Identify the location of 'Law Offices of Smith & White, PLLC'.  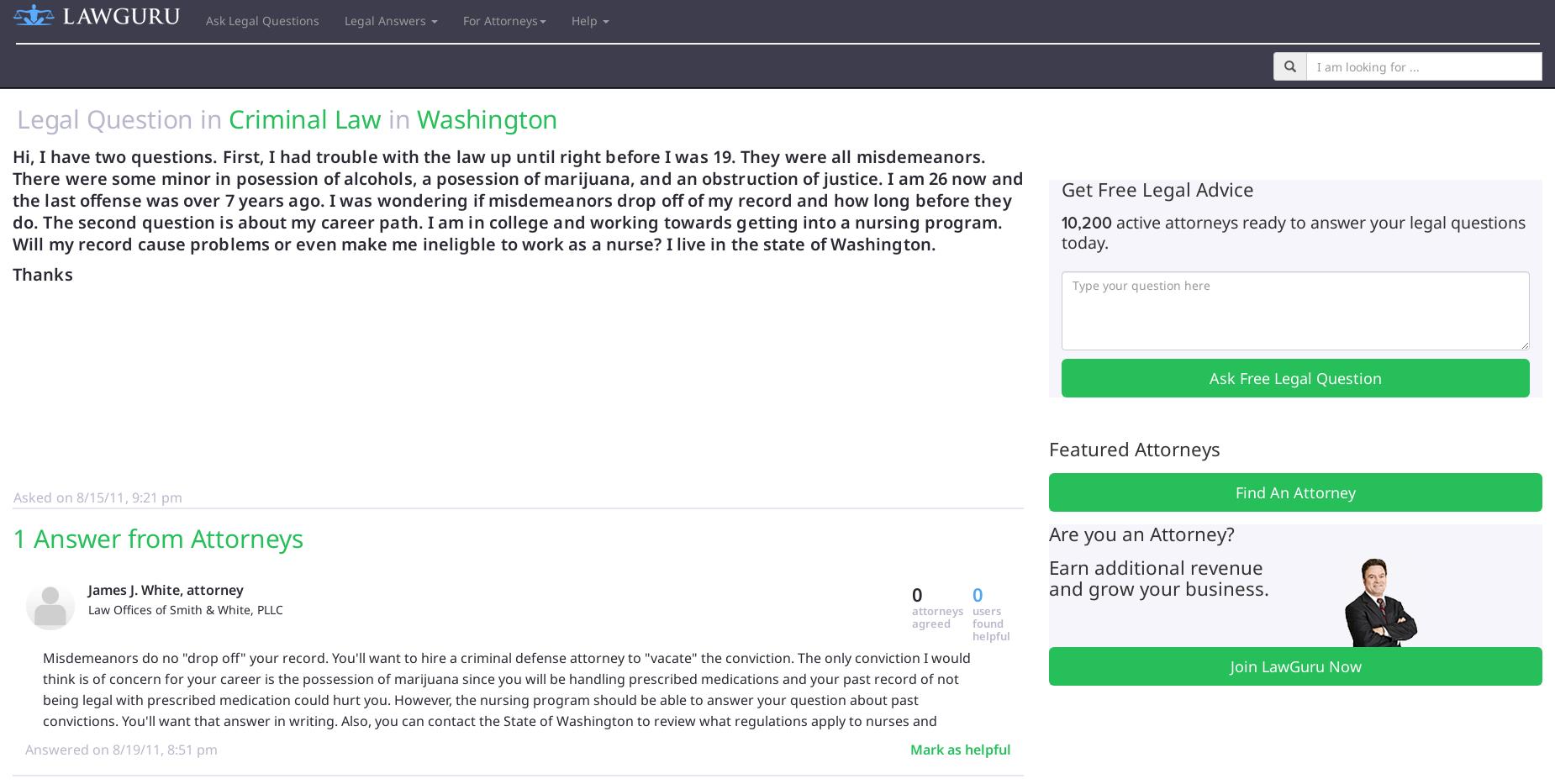
(185, 608).